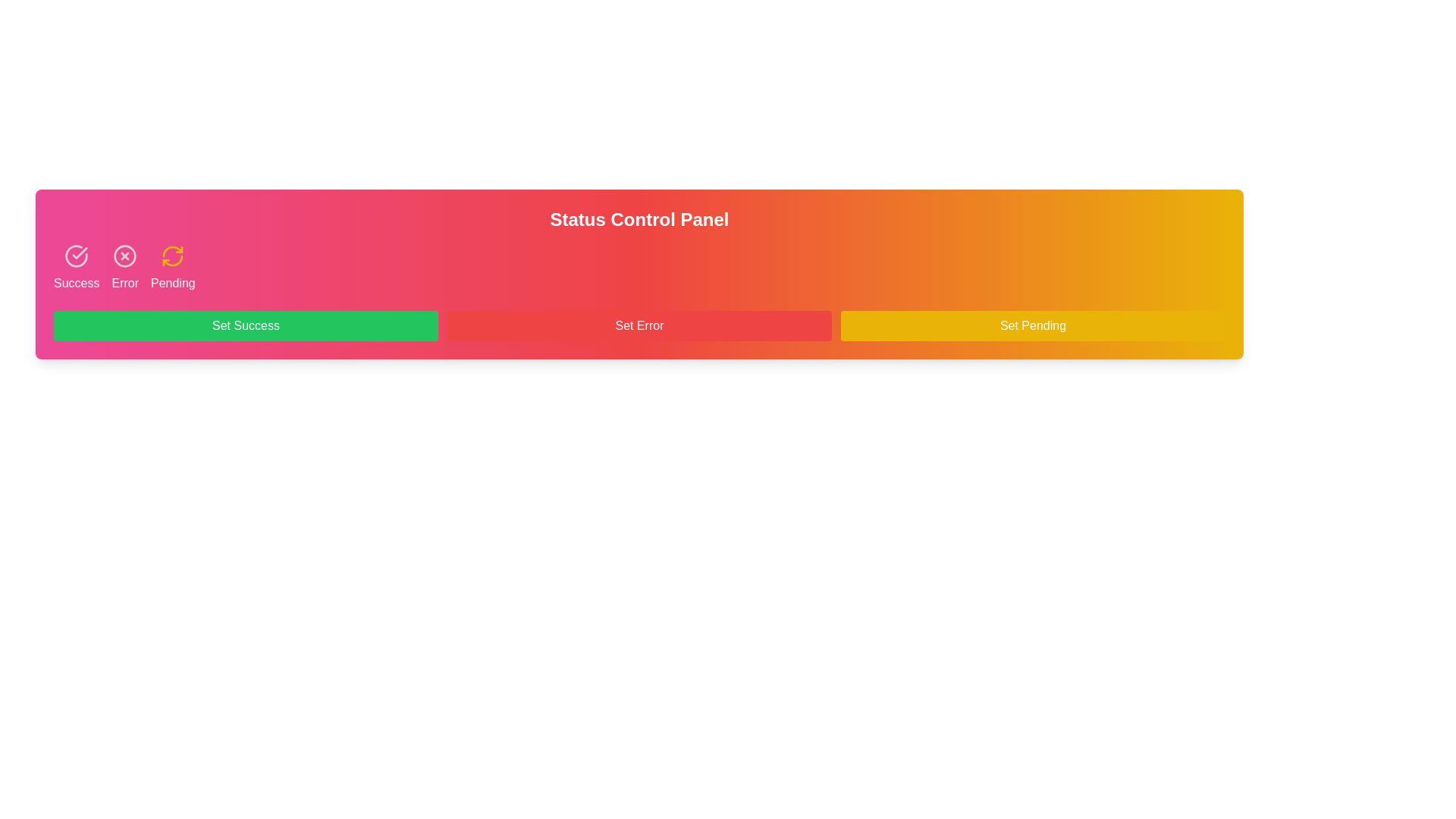 The image size is (1456, 819). What do you see at coordinates (639, 219) in the screenshot?
I see `Header text located at the top of the panel, which indicates the purpose of the panel and is positioned above the status indicators and buttons` at bounding box center [639, 219].